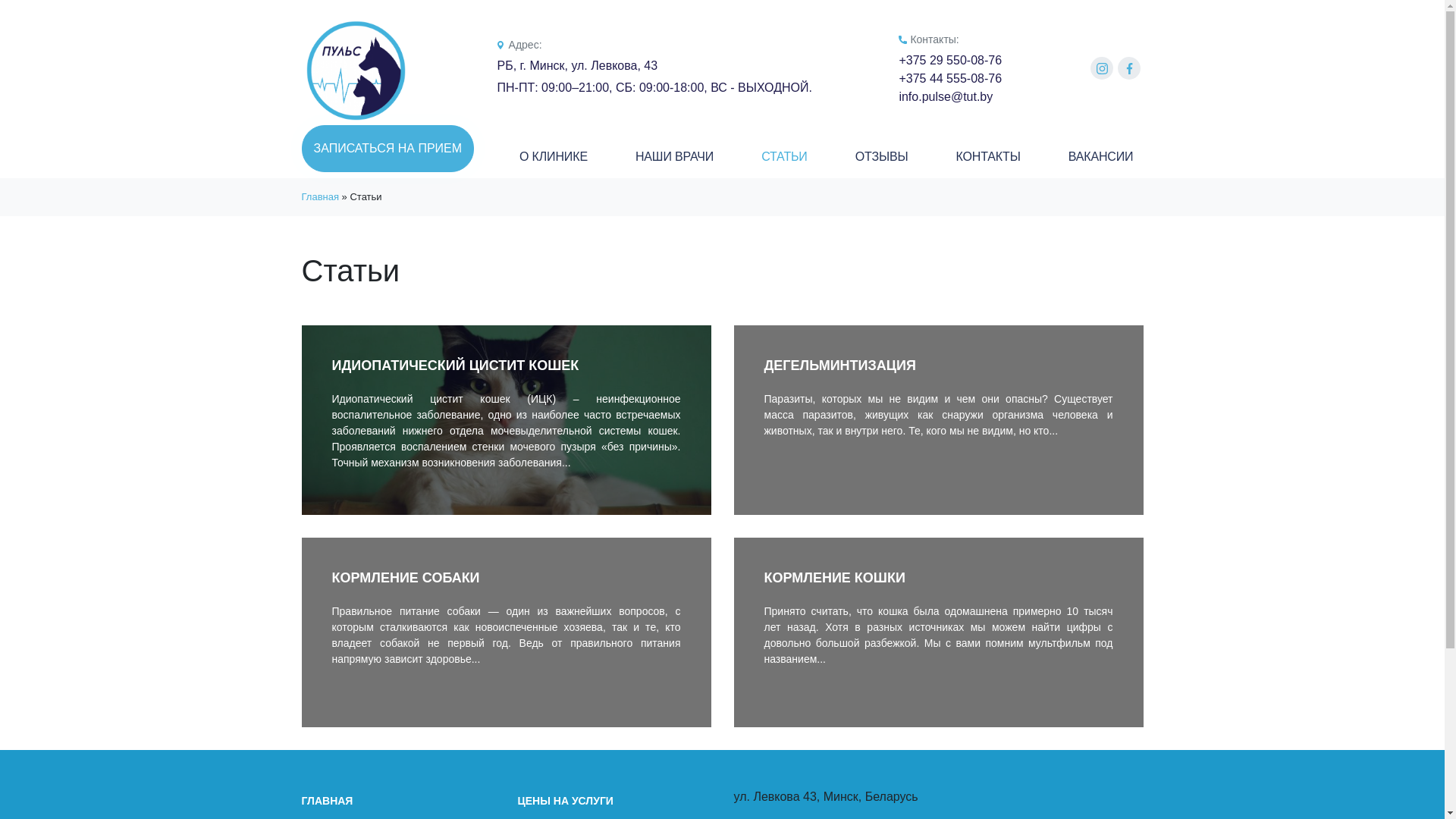 Image resolution: width=1456 pixels, height=819 pixels. What do you see at coordinates (949, 96) in the screenshot?
I see `'info.pulse@tut.by'` at bounding box center [949, 96].